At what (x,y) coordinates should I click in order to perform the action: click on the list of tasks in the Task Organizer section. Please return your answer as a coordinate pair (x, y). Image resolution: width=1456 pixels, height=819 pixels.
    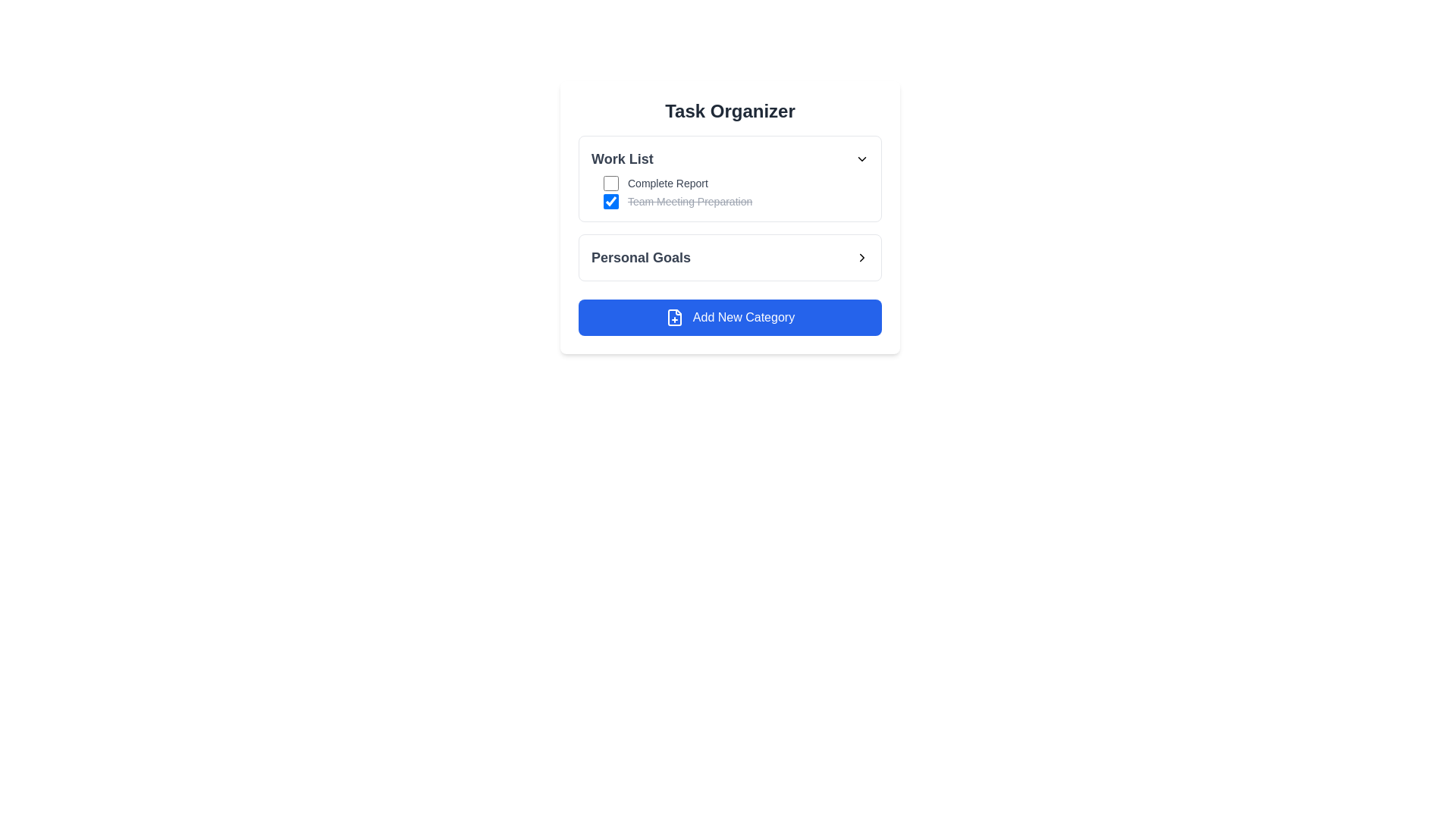
    Looking at the image, I should click on (730, 208).